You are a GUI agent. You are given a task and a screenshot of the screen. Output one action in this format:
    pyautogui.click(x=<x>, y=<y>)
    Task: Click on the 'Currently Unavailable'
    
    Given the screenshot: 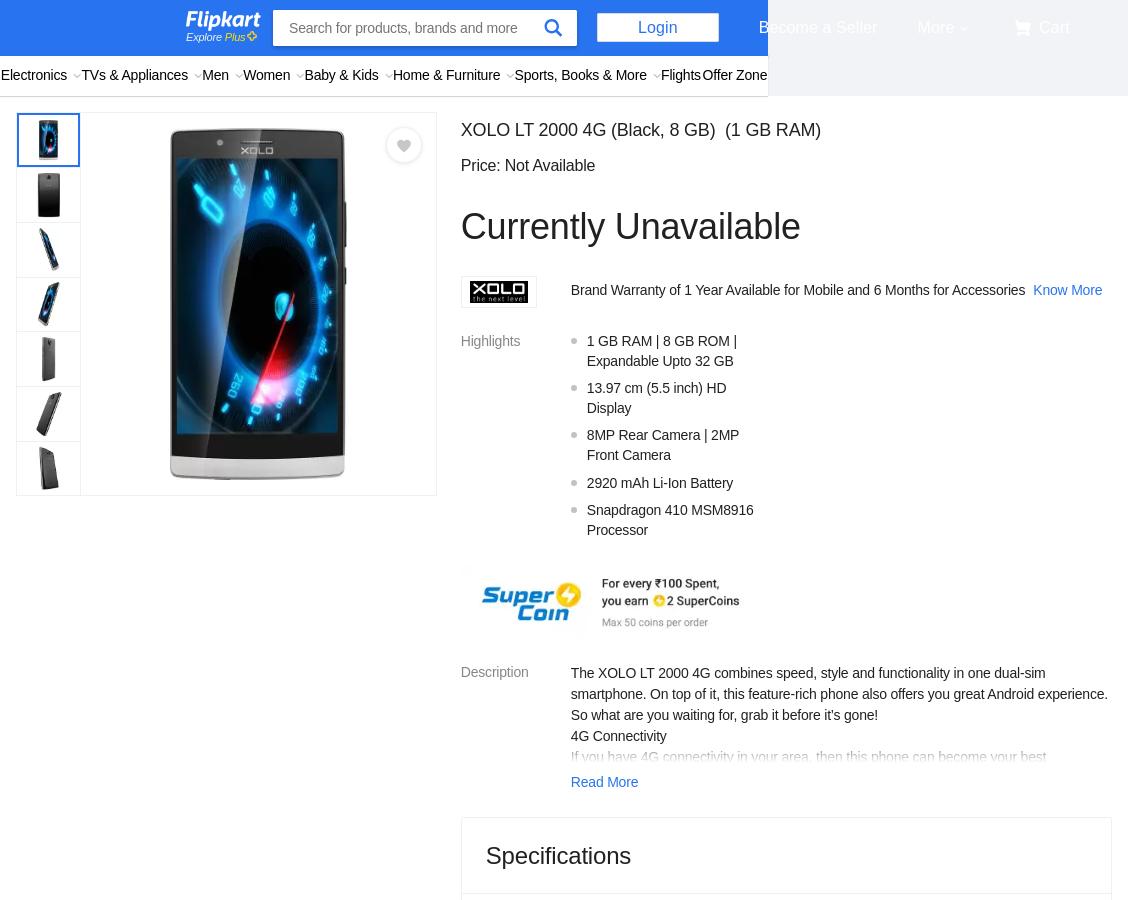 What is the action you would take?
    pyautogui.click(x=628, y=225)
    